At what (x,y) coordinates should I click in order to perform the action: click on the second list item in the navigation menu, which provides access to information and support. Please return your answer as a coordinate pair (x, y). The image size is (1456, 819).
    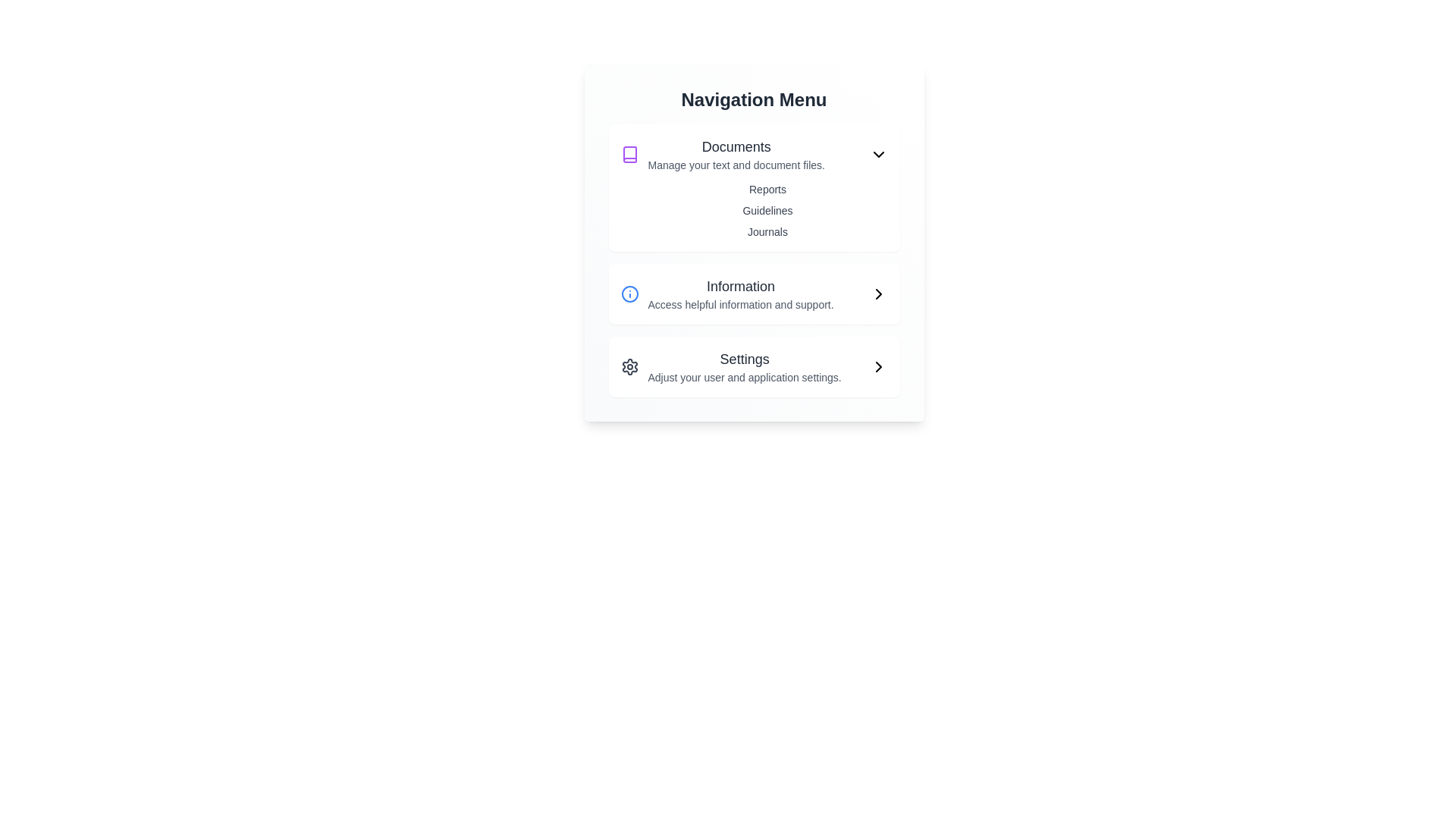
    Looking at the image, I should click on (726, 294).